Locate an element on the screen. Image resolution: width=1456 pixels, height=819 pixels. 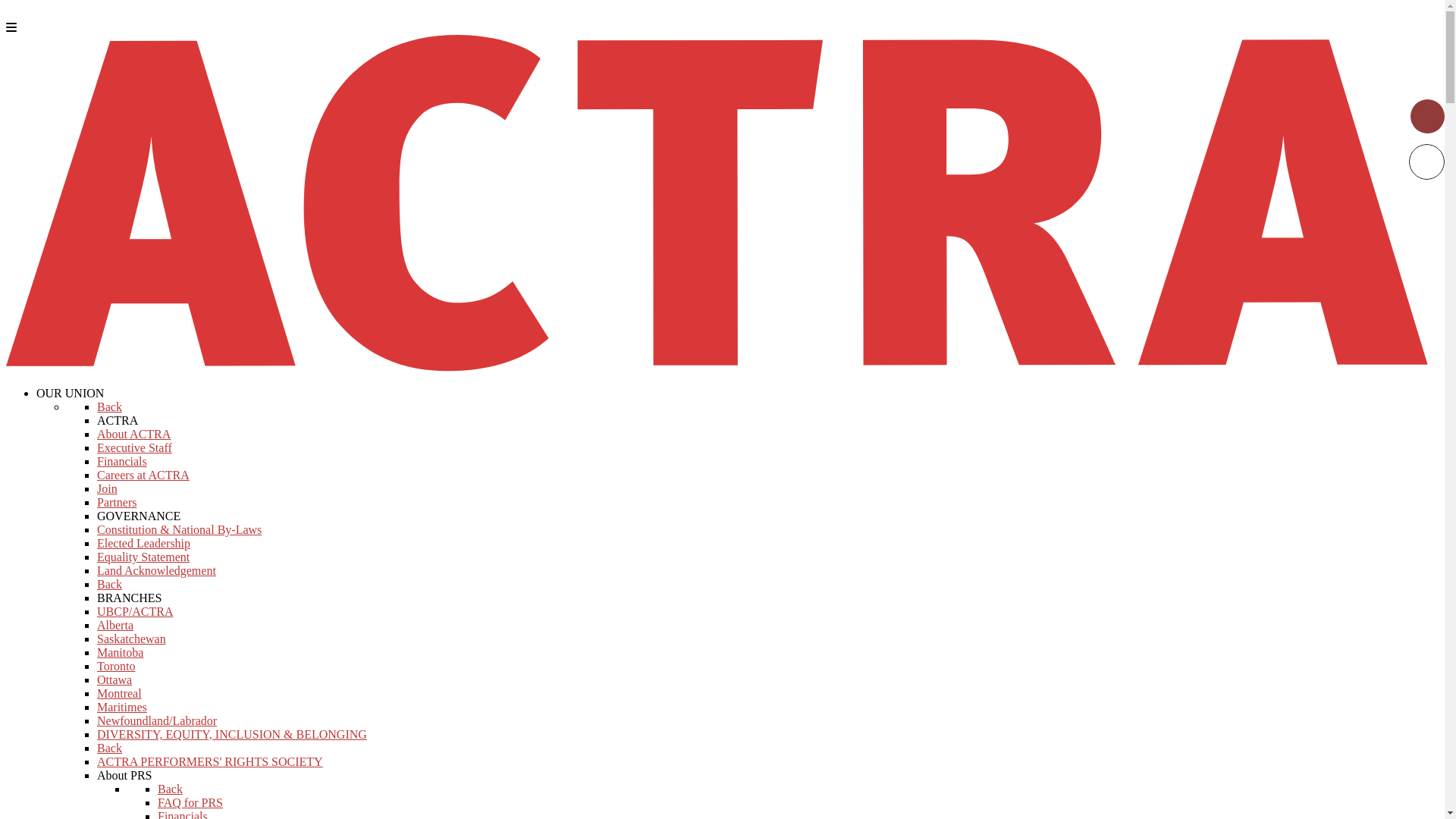
'Partners' is located at coordinates (115, 502).